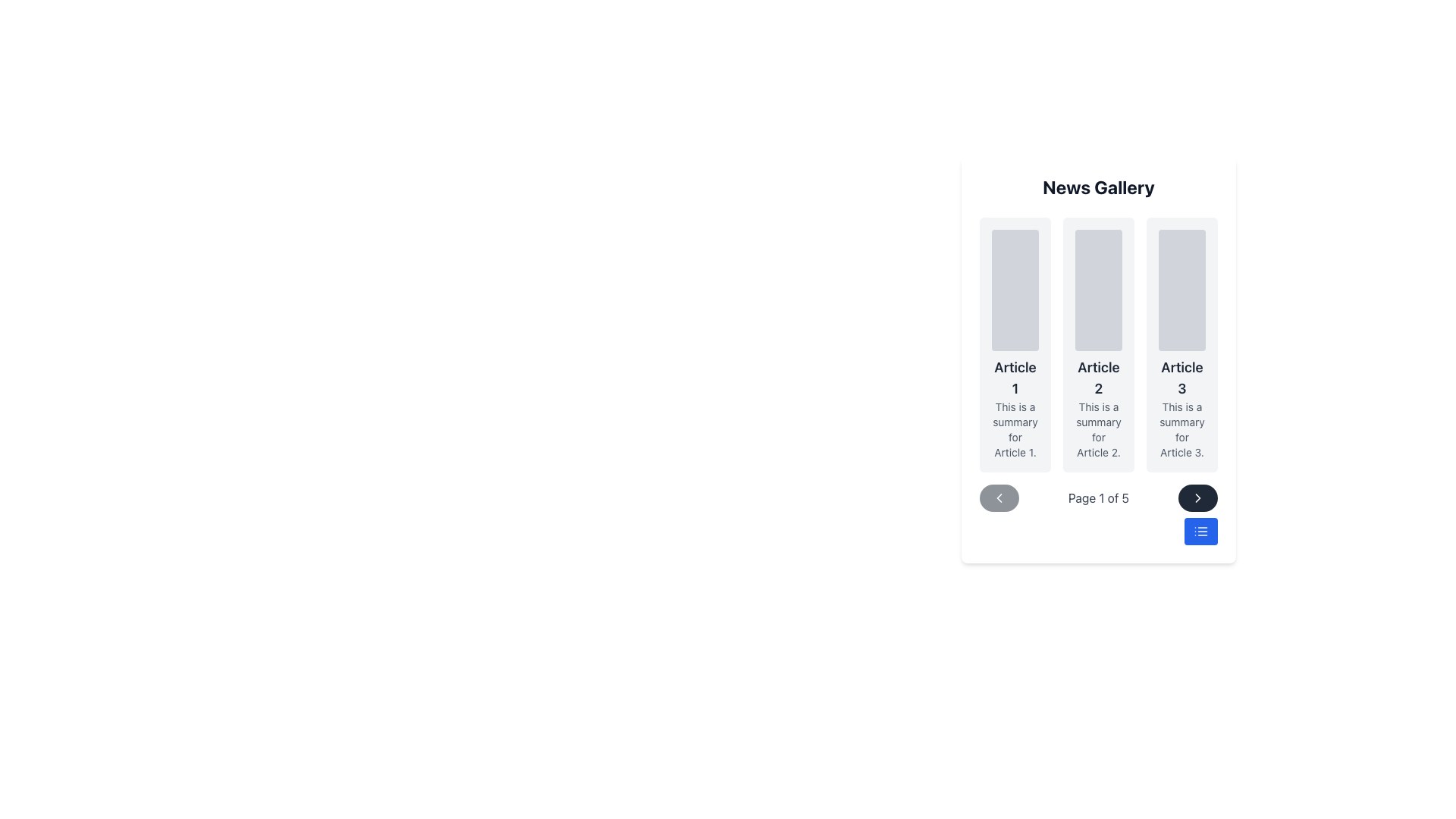  Describe the element at coordinates (1015, 377) in the screenshot. I see `the text header labeled 'Article 1', which is styled in a large, bold font and is positioned above a descriptive text within a card group` at that location.